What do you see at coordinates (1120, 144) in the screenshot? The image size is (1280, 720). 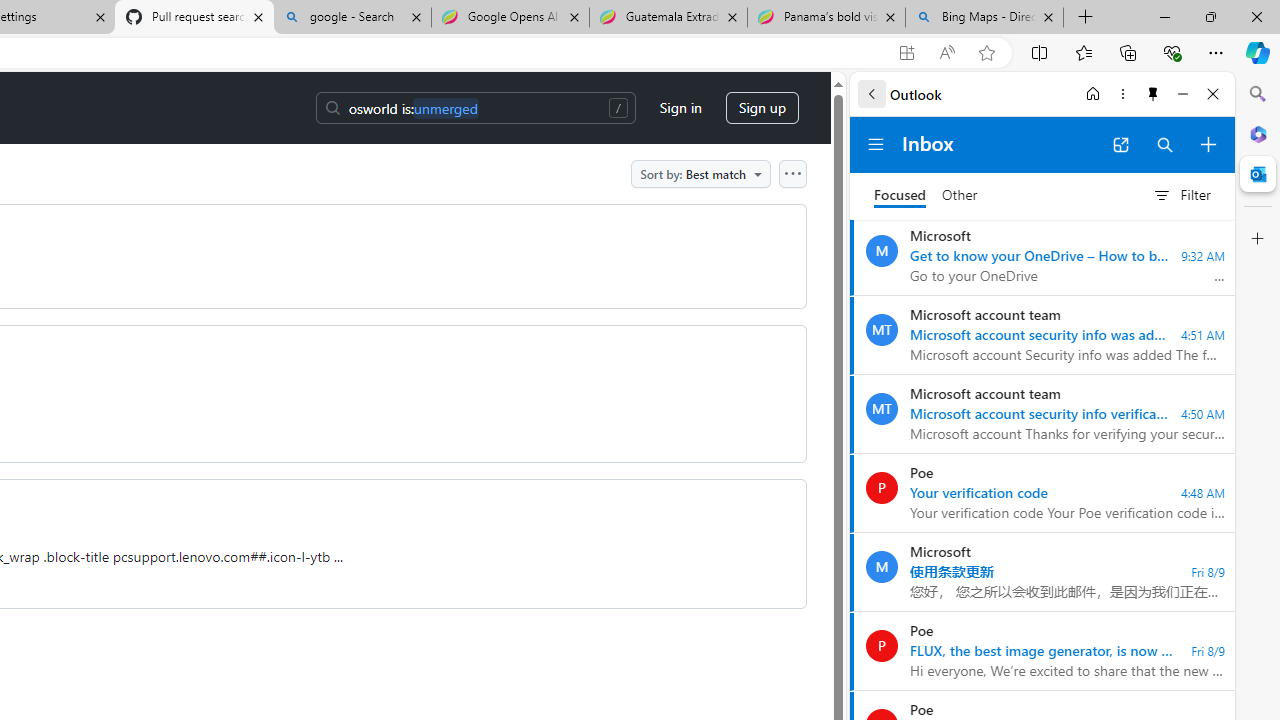 I see `'Open in new tab'` at bounding box center [1120, 144].